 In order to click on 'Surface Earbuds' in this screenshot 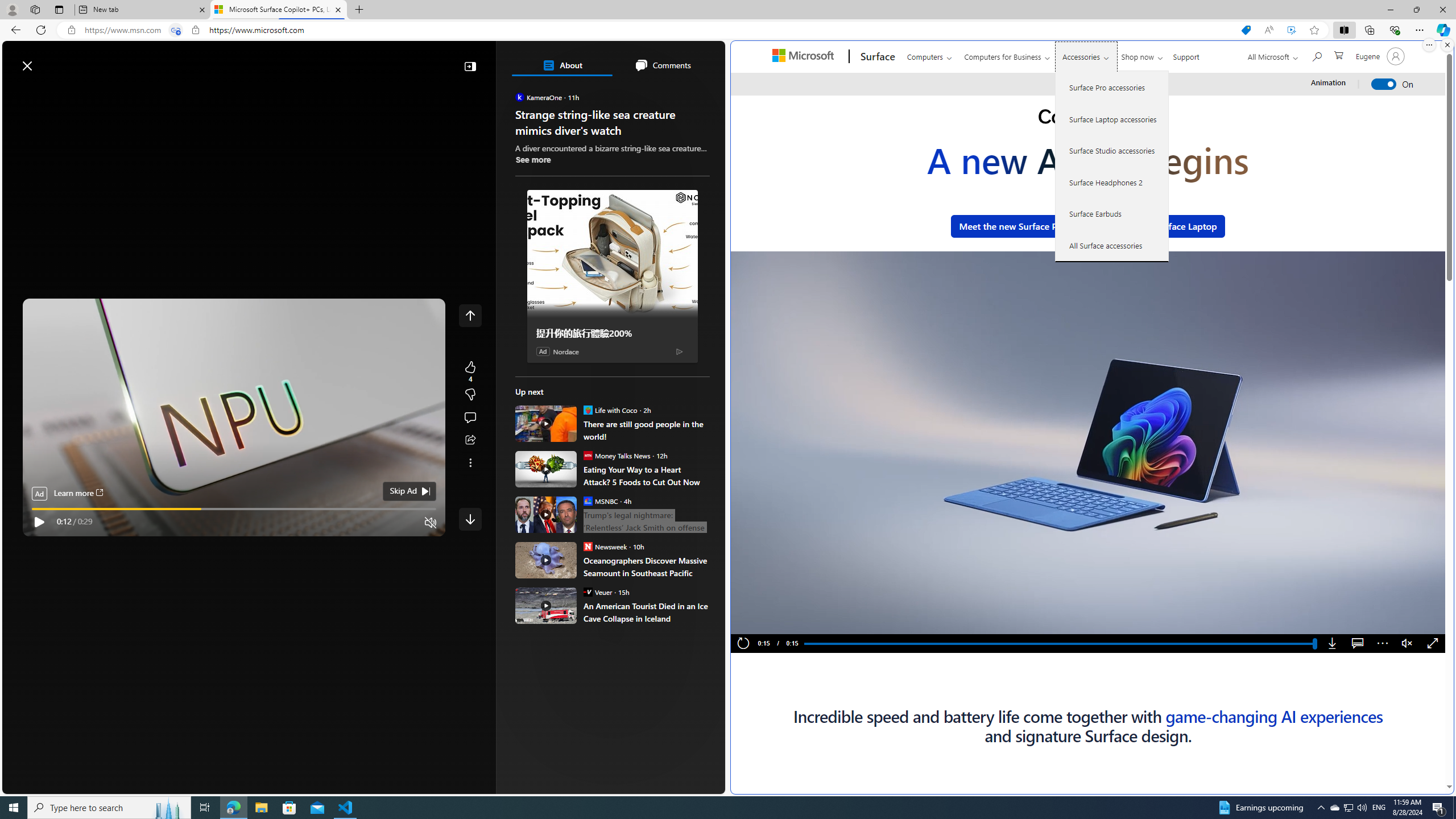, I will do `click(1111, 213)`.